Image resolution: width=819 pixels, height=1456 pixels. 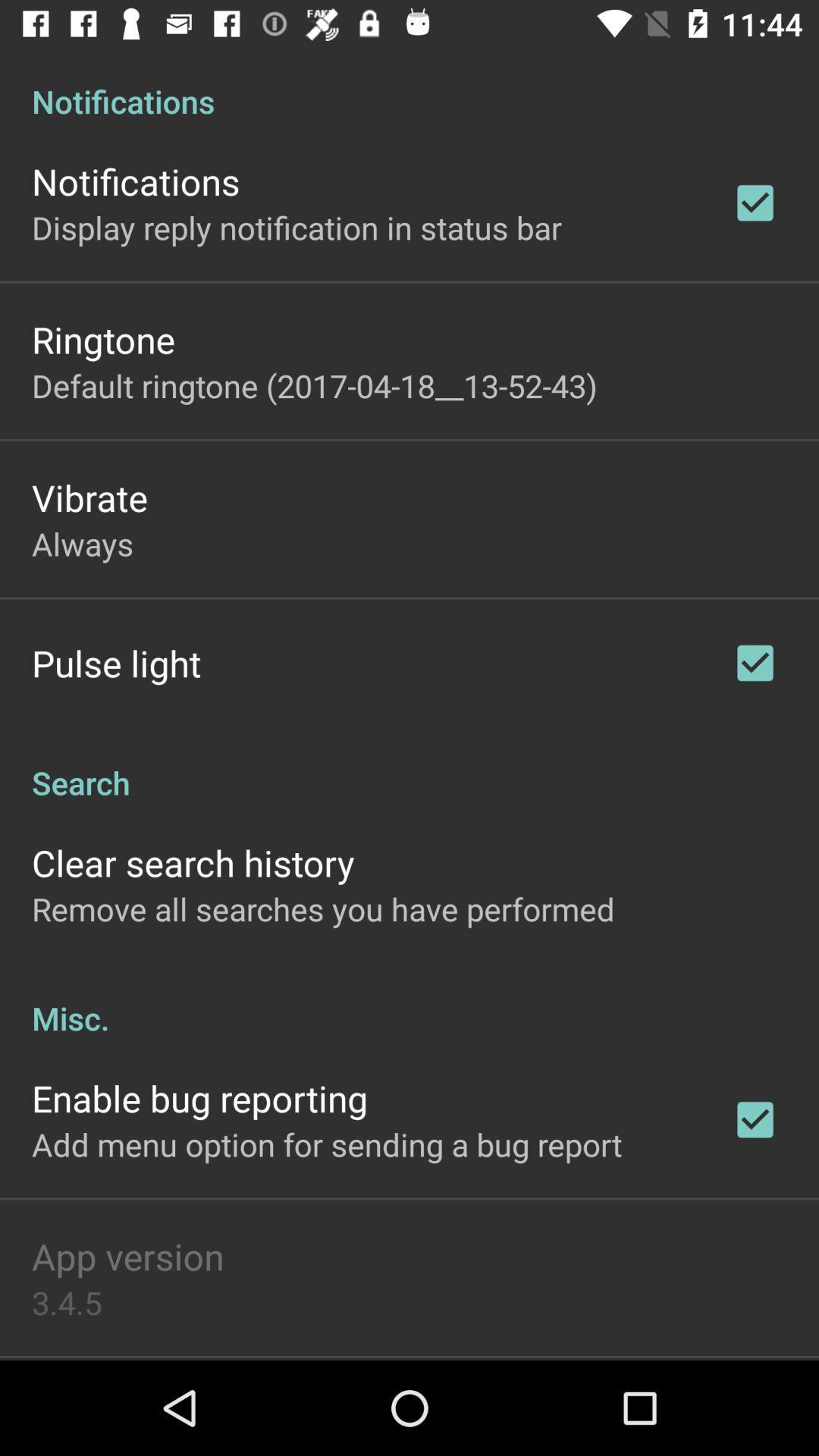 I want to click on the always icon, so click(x=83, y=543).